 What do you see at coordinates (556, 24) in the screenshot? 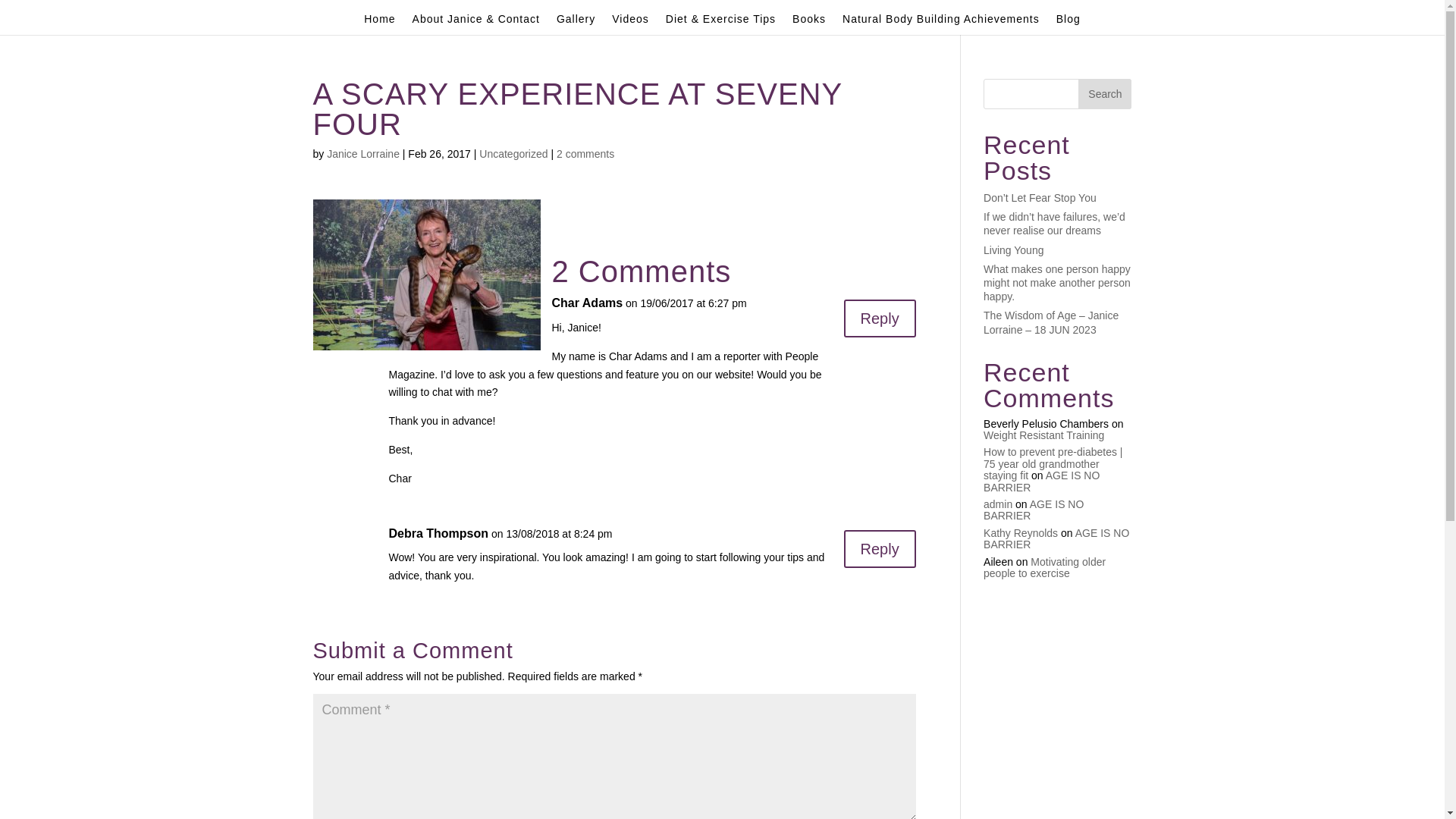
I see `'Gallery'` at bounding box center [556, 24].